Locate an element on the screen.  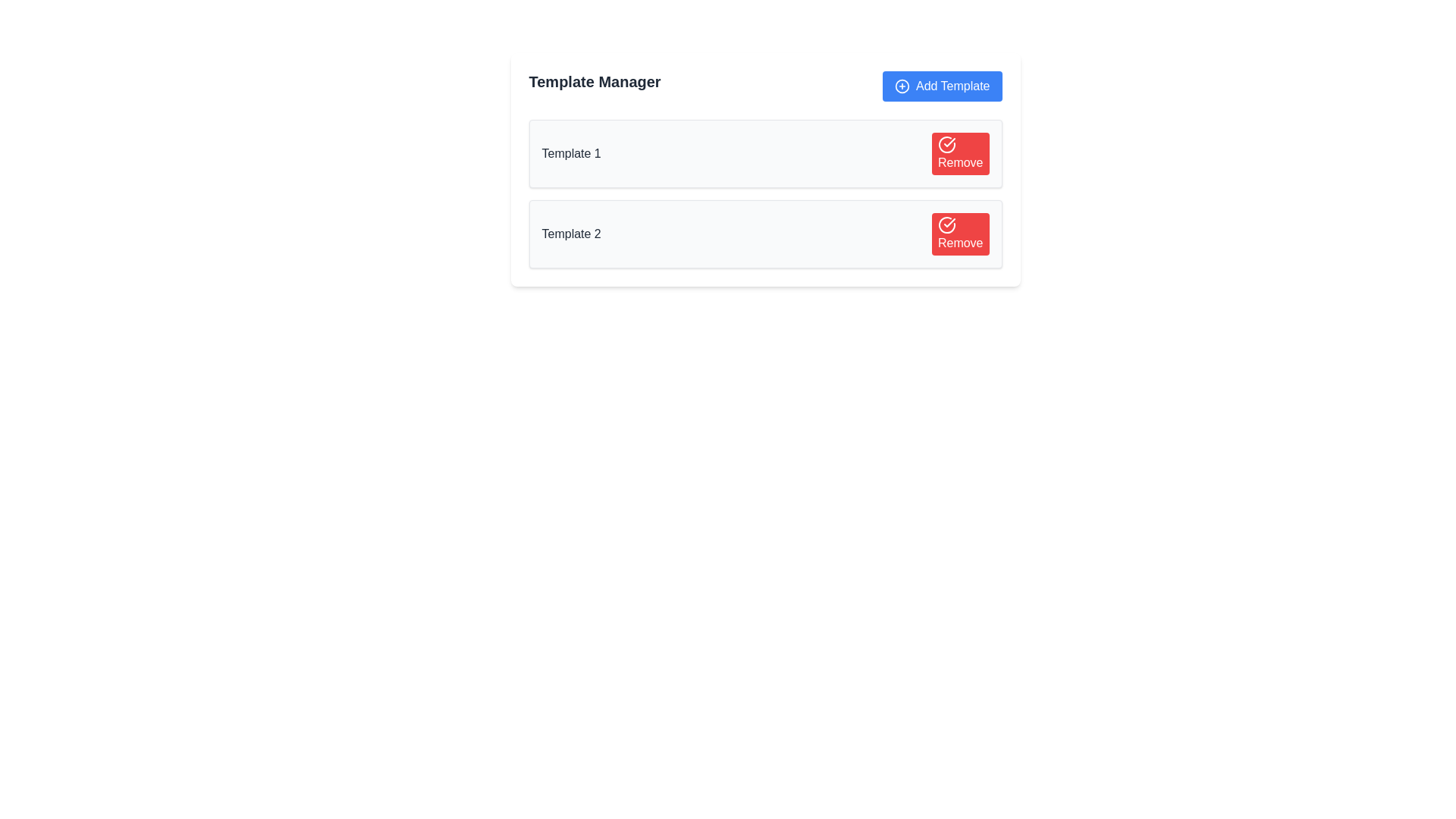
the text label that identifies the template's name in the second row of the list, located to the left of the remove button is located at coordinates (570, 234).